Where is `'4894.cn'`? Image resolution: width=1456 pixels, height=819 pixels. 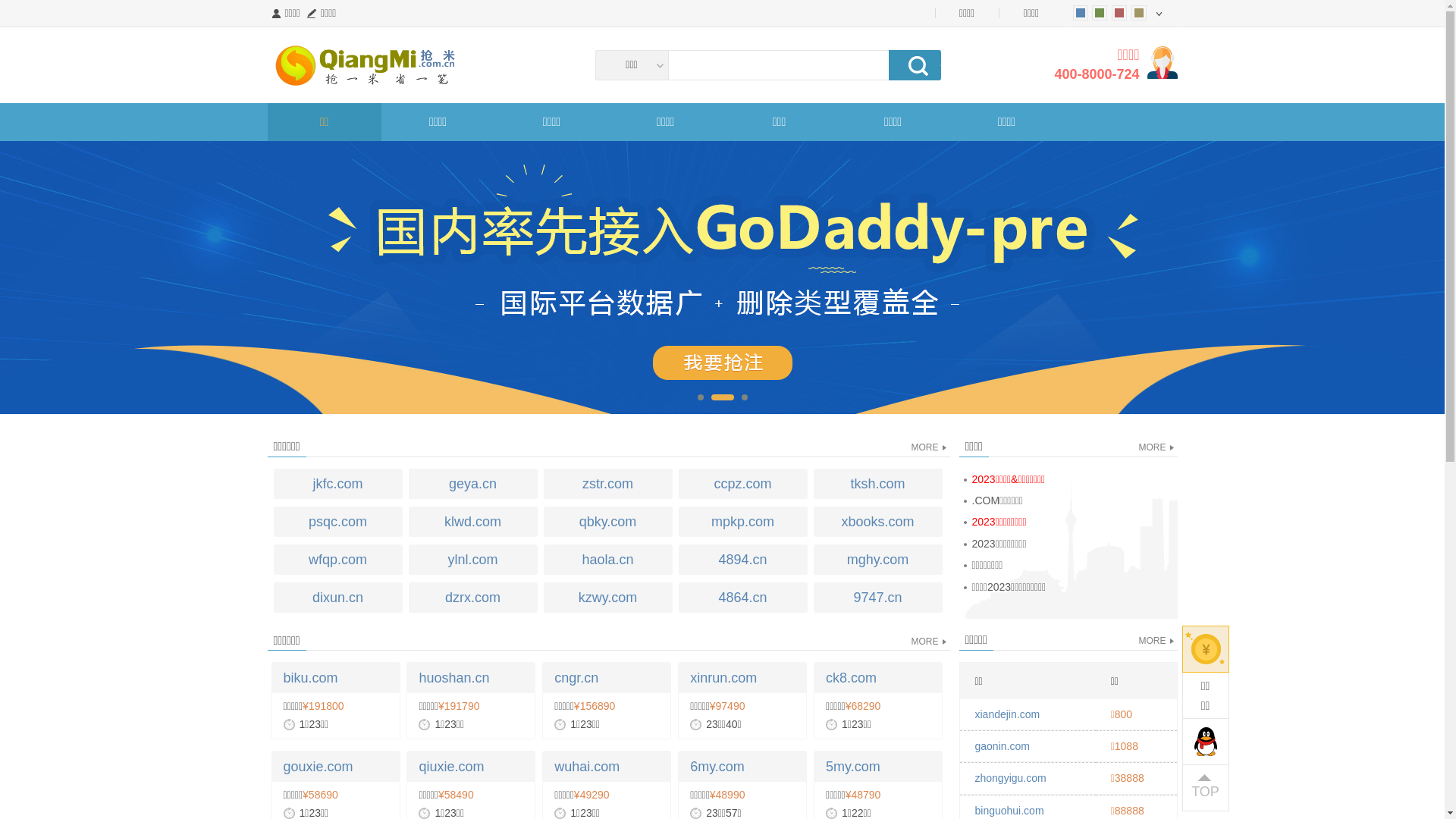 '4894.cn' is located at coordinates (742, 559).